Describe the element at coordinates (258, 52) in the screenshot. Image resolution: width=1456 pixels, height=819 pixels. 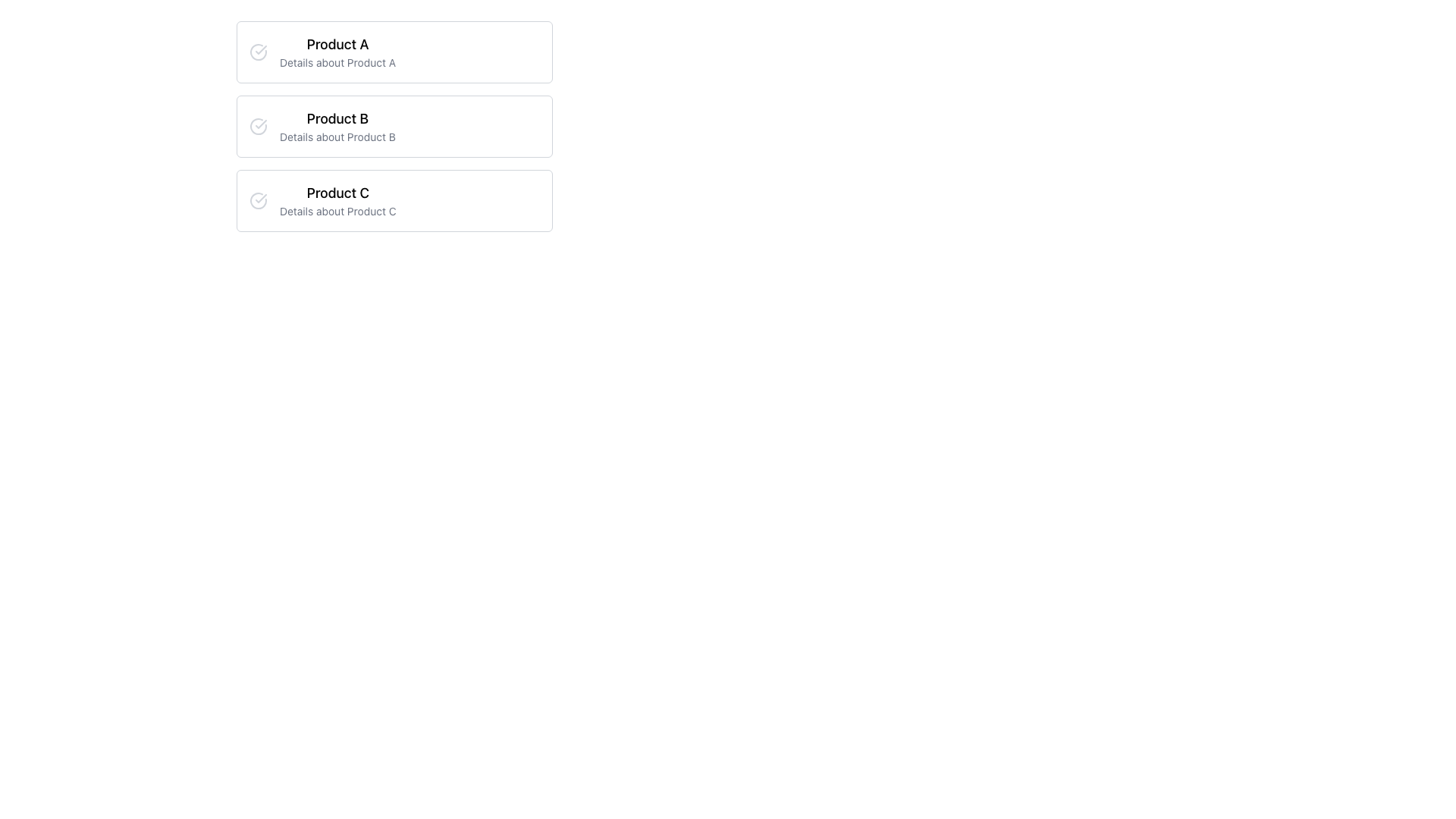
I see `the circular checkmark icon located to the left of the text 'Product A' in the upper section of the vertical list` at that location.